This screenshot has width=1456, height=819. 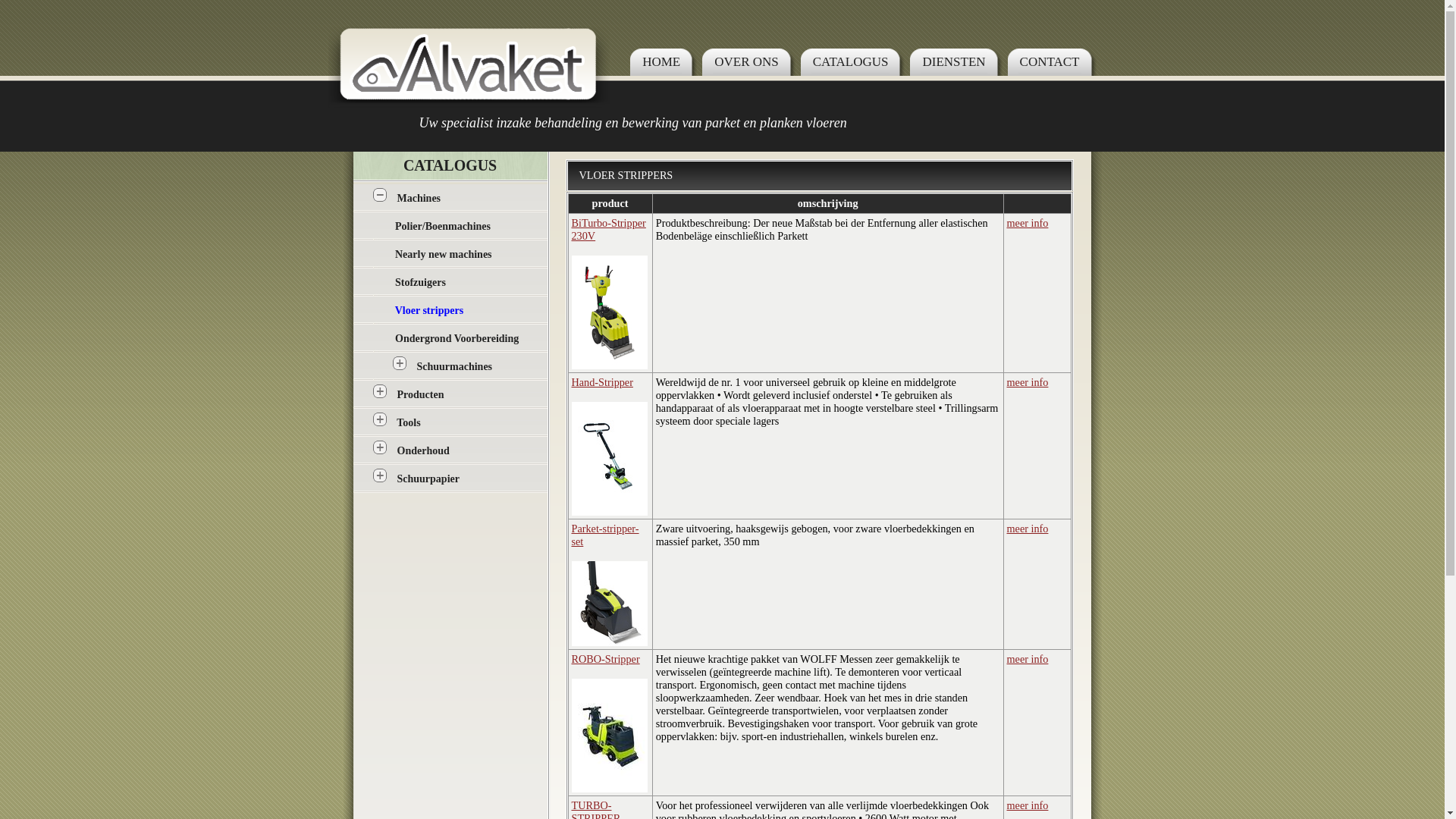 I want to click on 'Nearly new machines', so click(x=443, y=253).